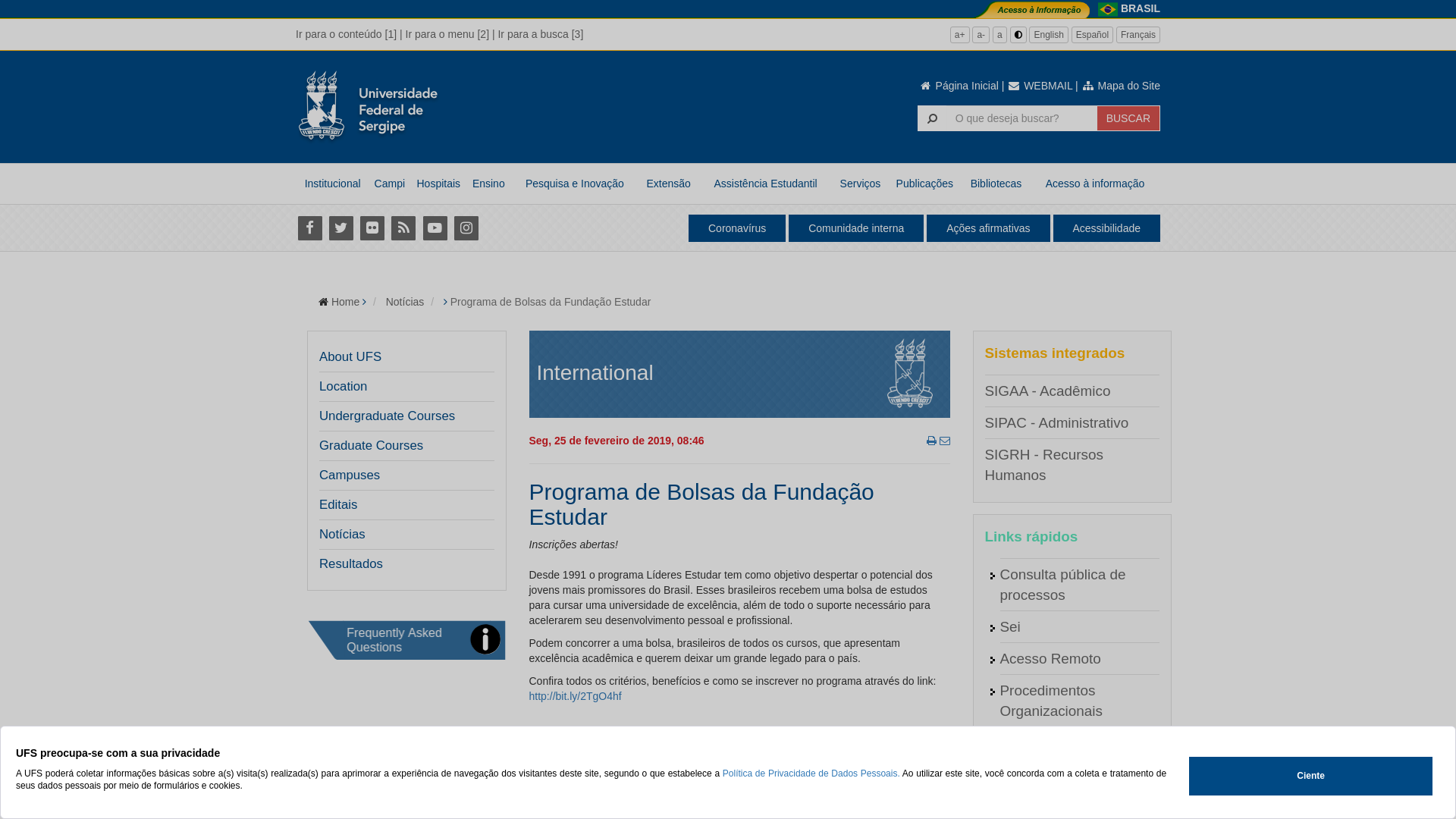  Describe the element at coordinates (466, 183) in the screenshot. I see `'Ensino'` at that location.